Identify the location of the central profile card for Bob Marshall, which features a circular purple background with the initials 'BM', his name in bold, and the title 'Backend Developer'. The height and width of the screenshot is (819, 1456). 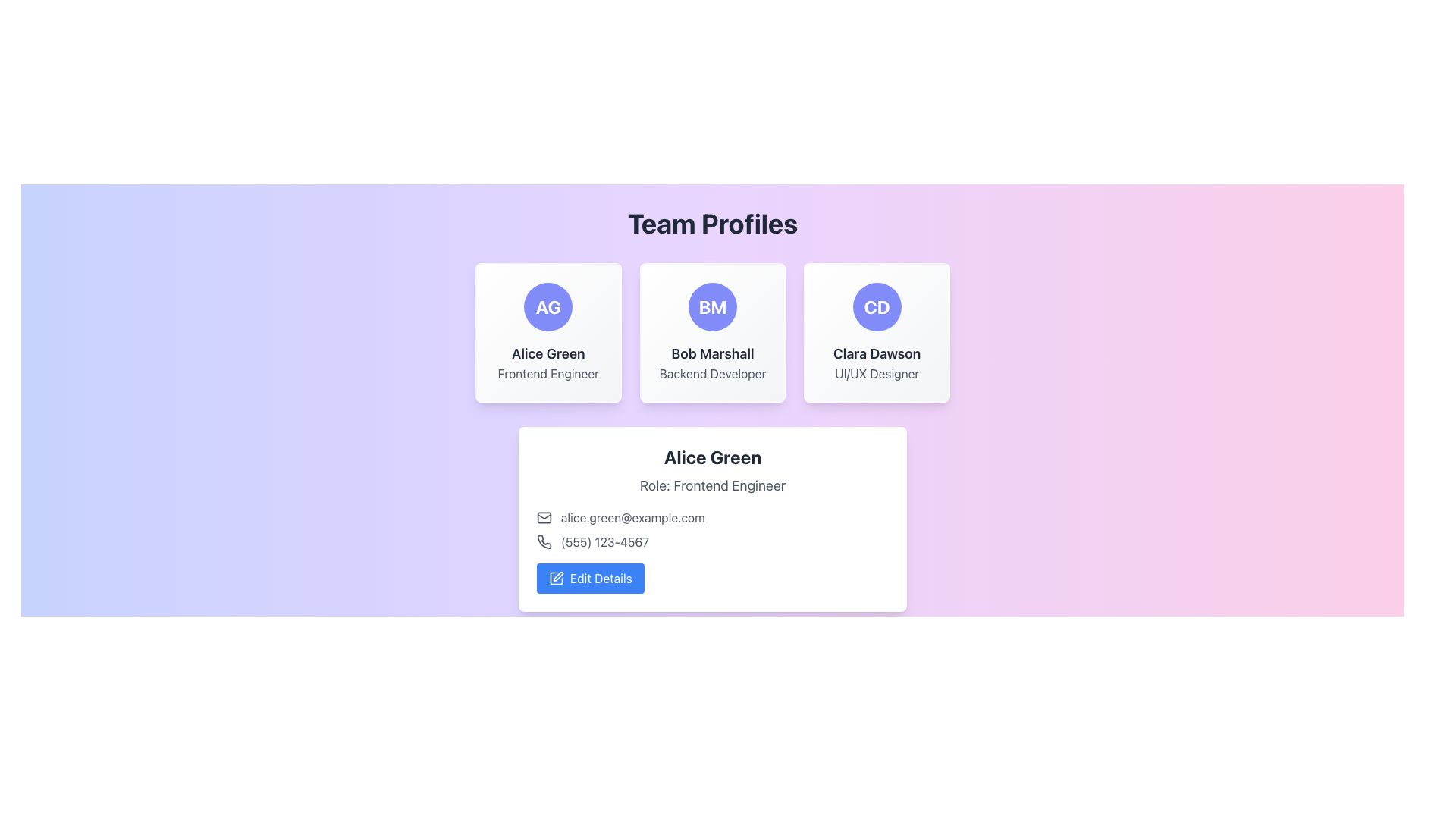
(712, 332).